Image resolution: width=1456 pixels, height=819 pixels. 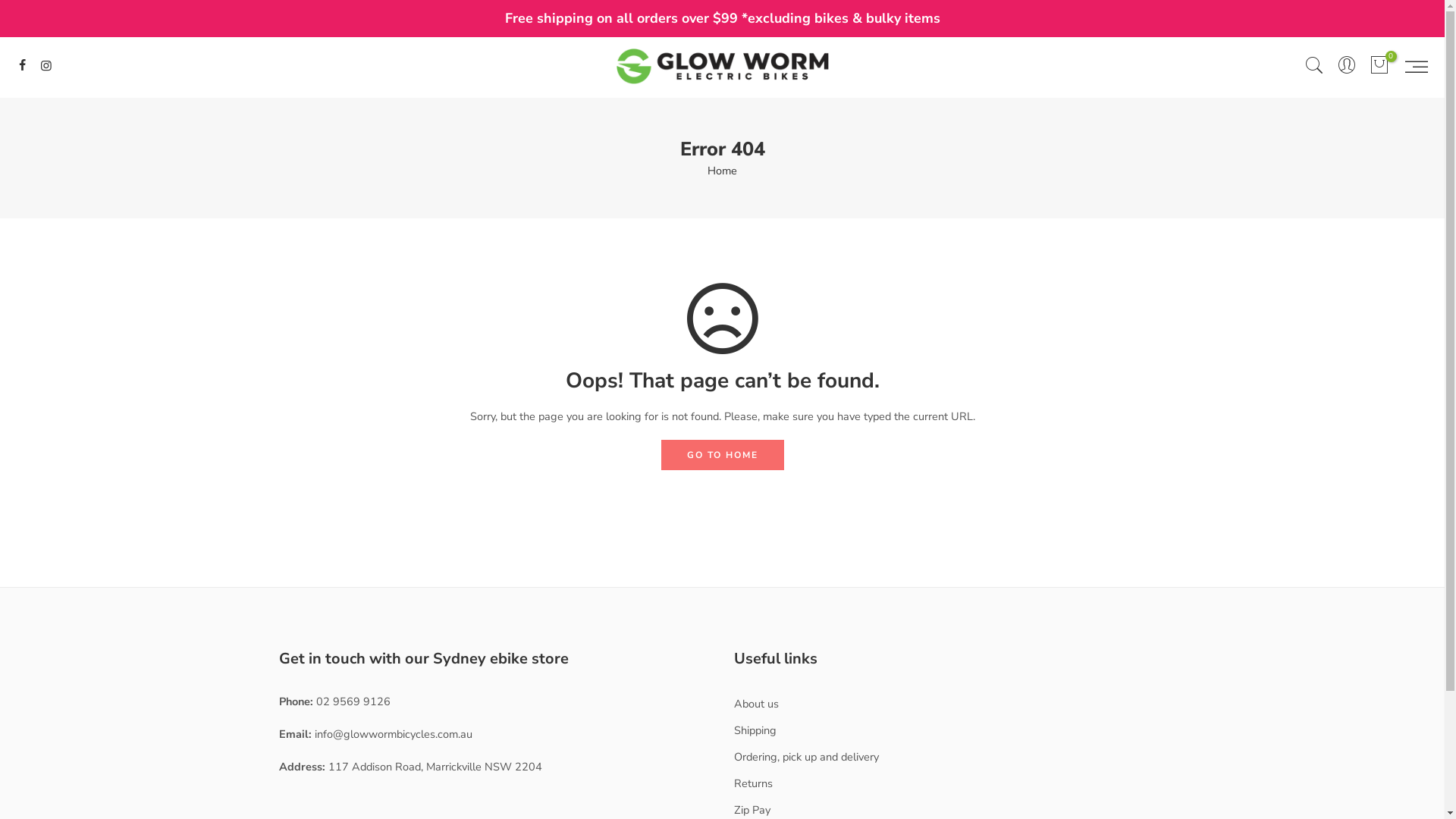 I want to click on 'Home', so click(x=721, y=171).